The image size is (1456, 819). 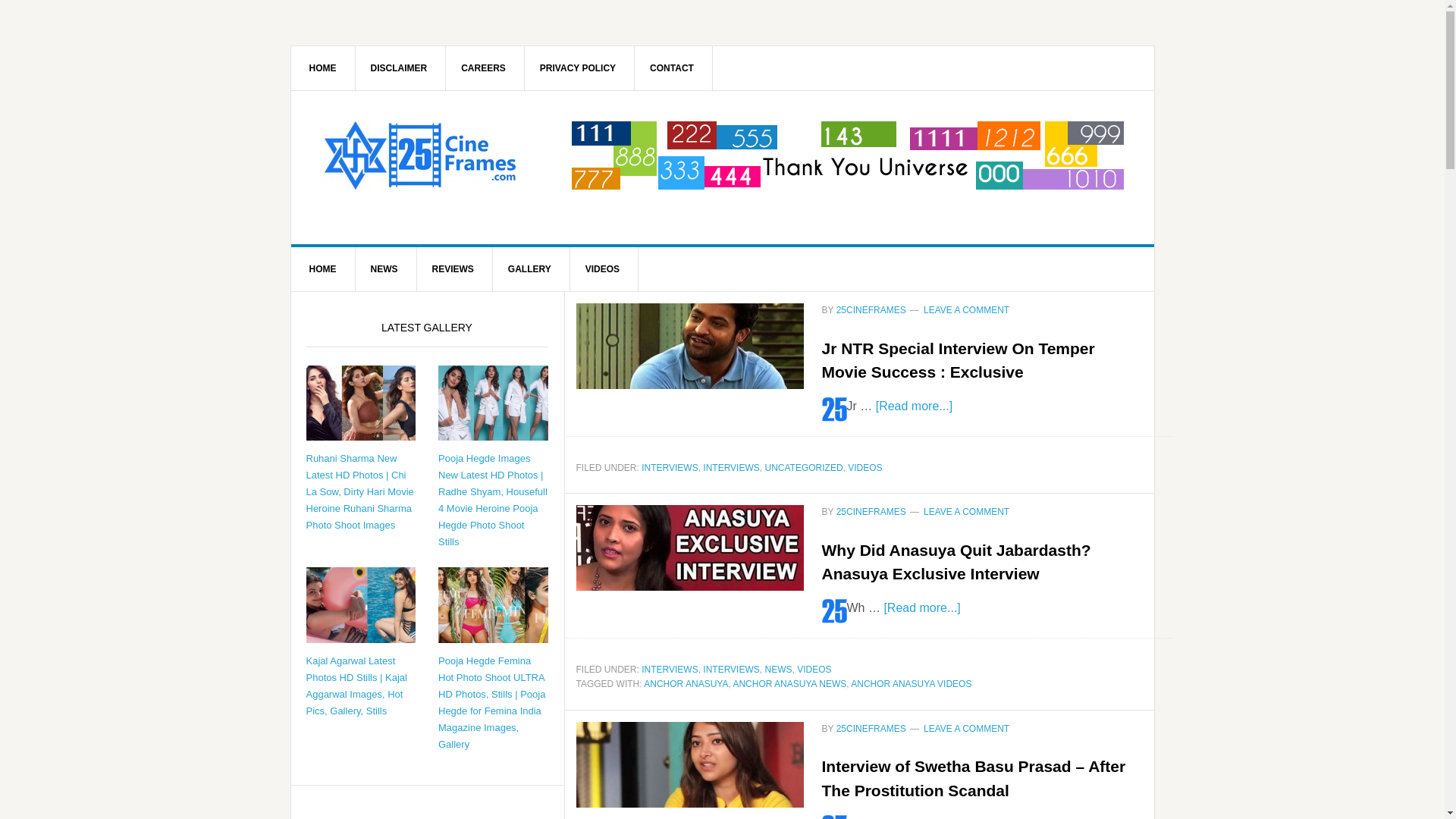 What do you see at coordinates (910, 684) in the screenshot?
I see `'ANCHOR ANASUYA VIDEOS'` at bounding box center [910, 684].